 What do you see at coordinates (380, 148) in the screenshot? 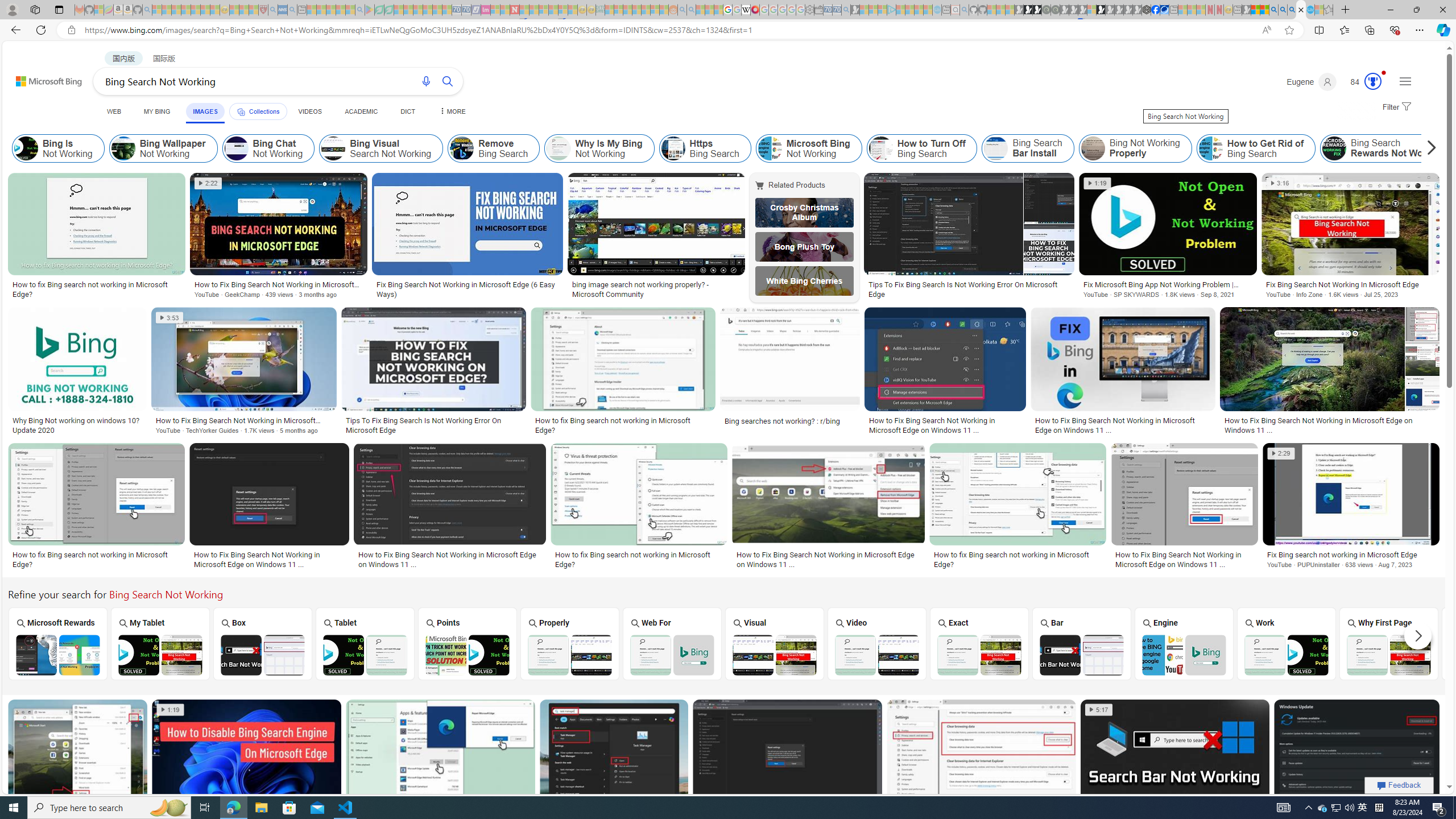
I see `'Bing Visual Search Not Working'` at bounding box center [380, 148].